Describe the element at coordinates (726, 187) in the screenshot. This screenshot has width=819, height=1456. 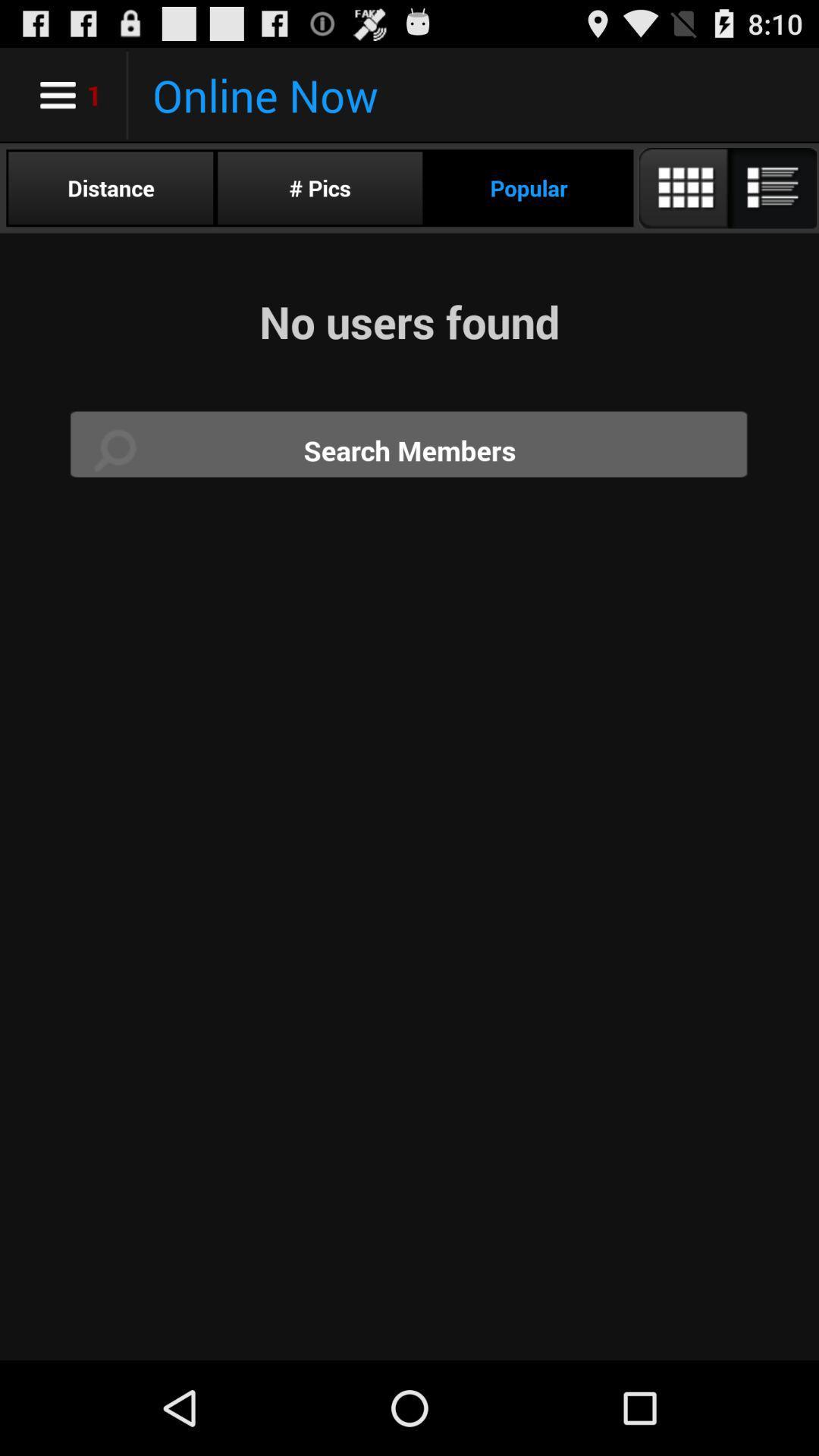
I see `the icon at the top right corner` at that location.